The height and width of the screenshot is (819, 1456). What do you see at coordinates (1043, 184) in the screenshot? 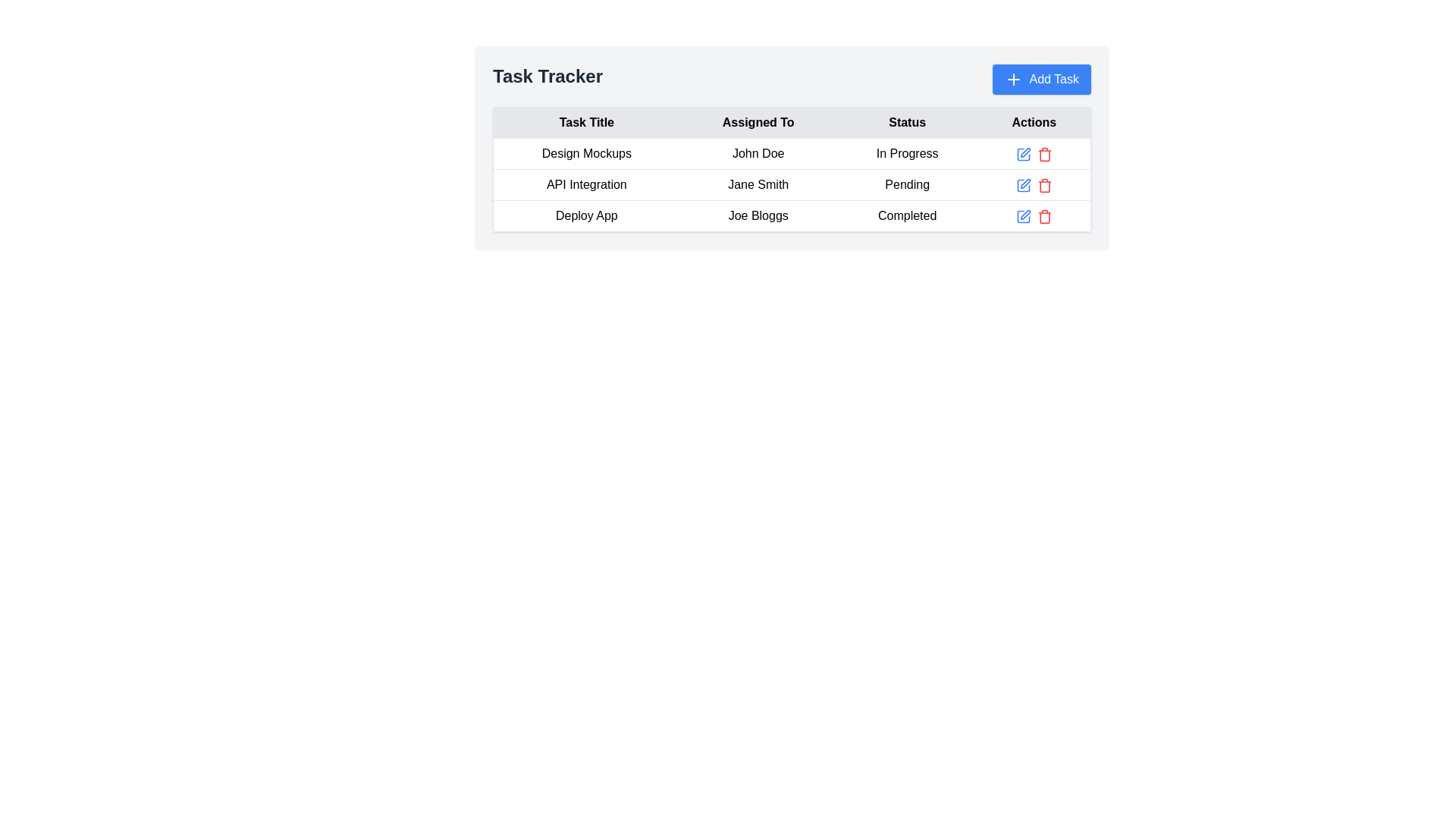
I see `the deletion button for the 'API Integration' task, which is the second icon in the 'Actions' column of the second row in the table` at bounding box center [1043, 184].